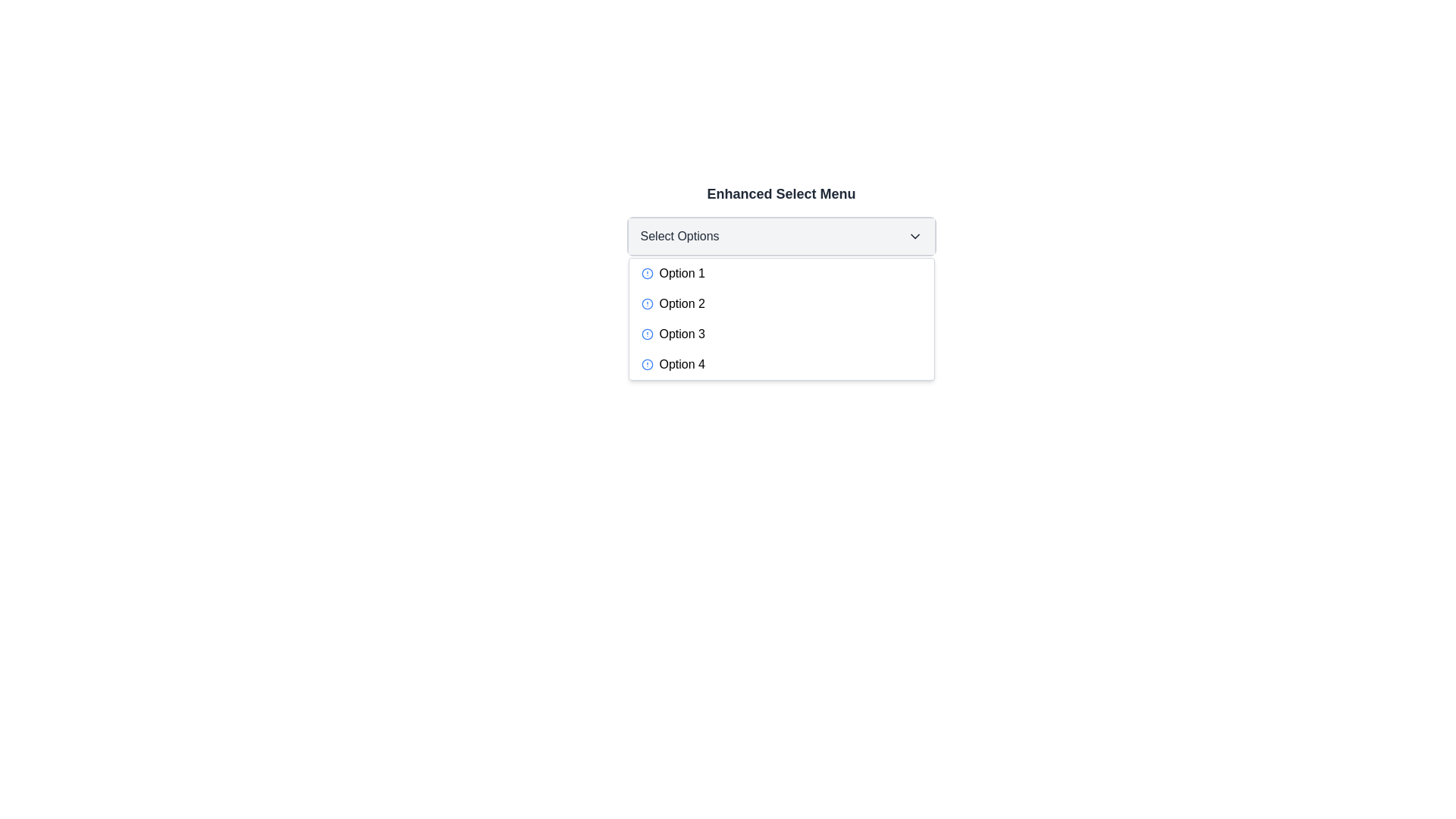  I want to click on the Dropdown indicator icon located on the right side of the 'Select Options' button, so click(914, 237).